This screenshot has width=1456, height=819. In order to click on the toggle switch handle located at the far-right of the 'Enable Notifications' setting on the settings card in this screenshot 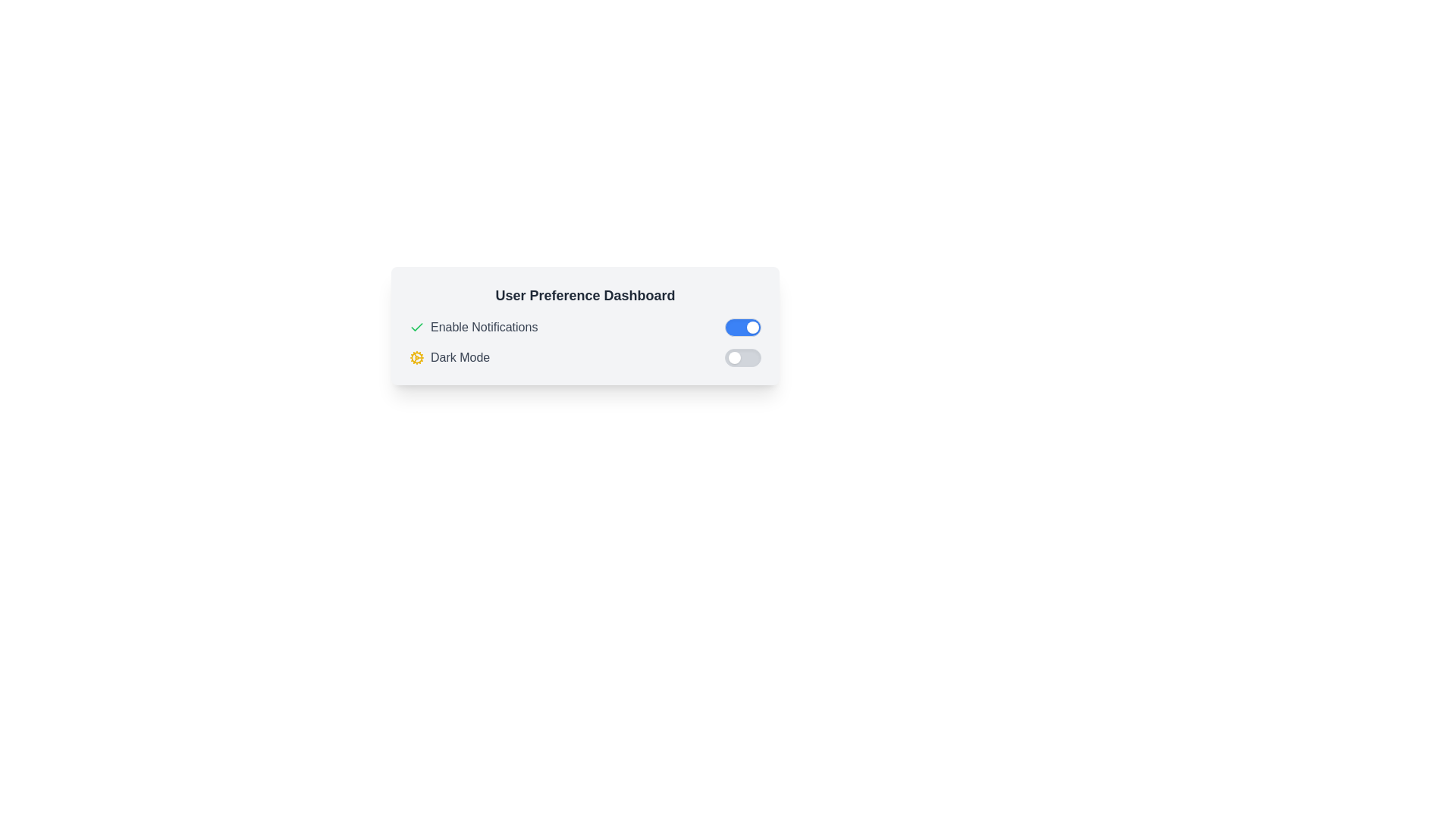, I will do `click(753, 327)`.